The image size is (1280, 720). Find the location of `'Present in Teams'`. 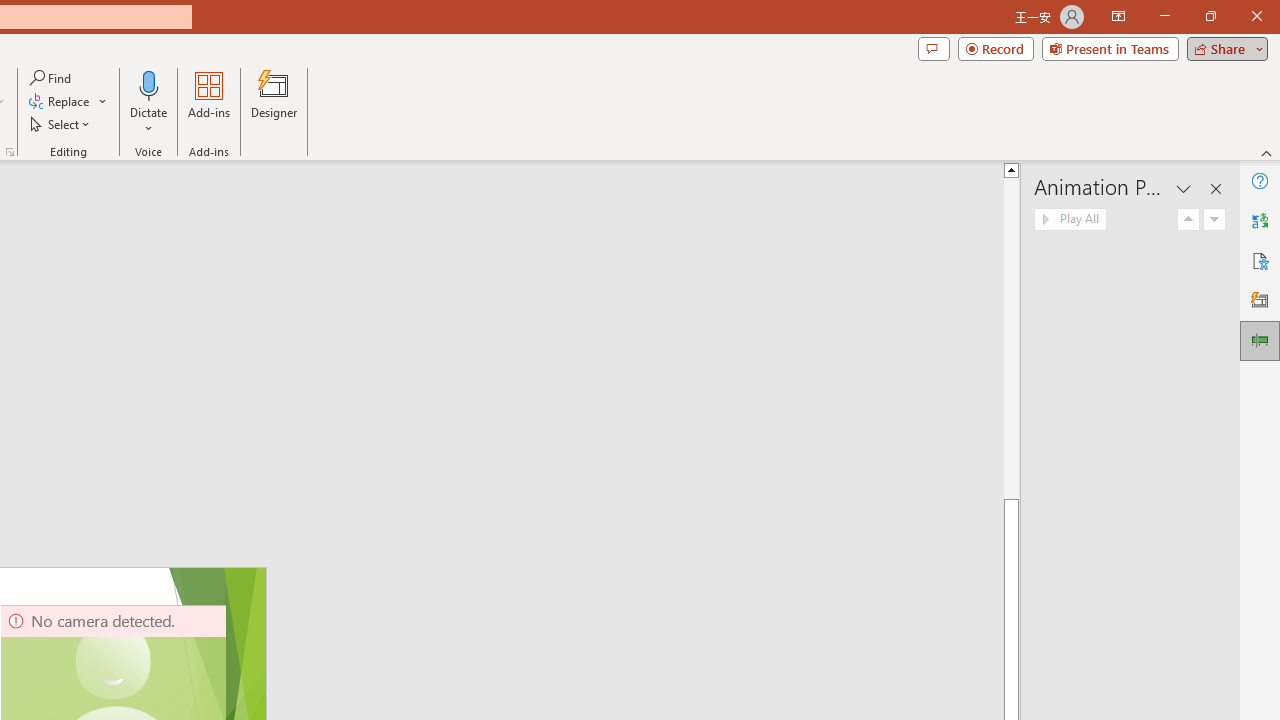

'Present in Teams' is located at coordinates (1109, 47).